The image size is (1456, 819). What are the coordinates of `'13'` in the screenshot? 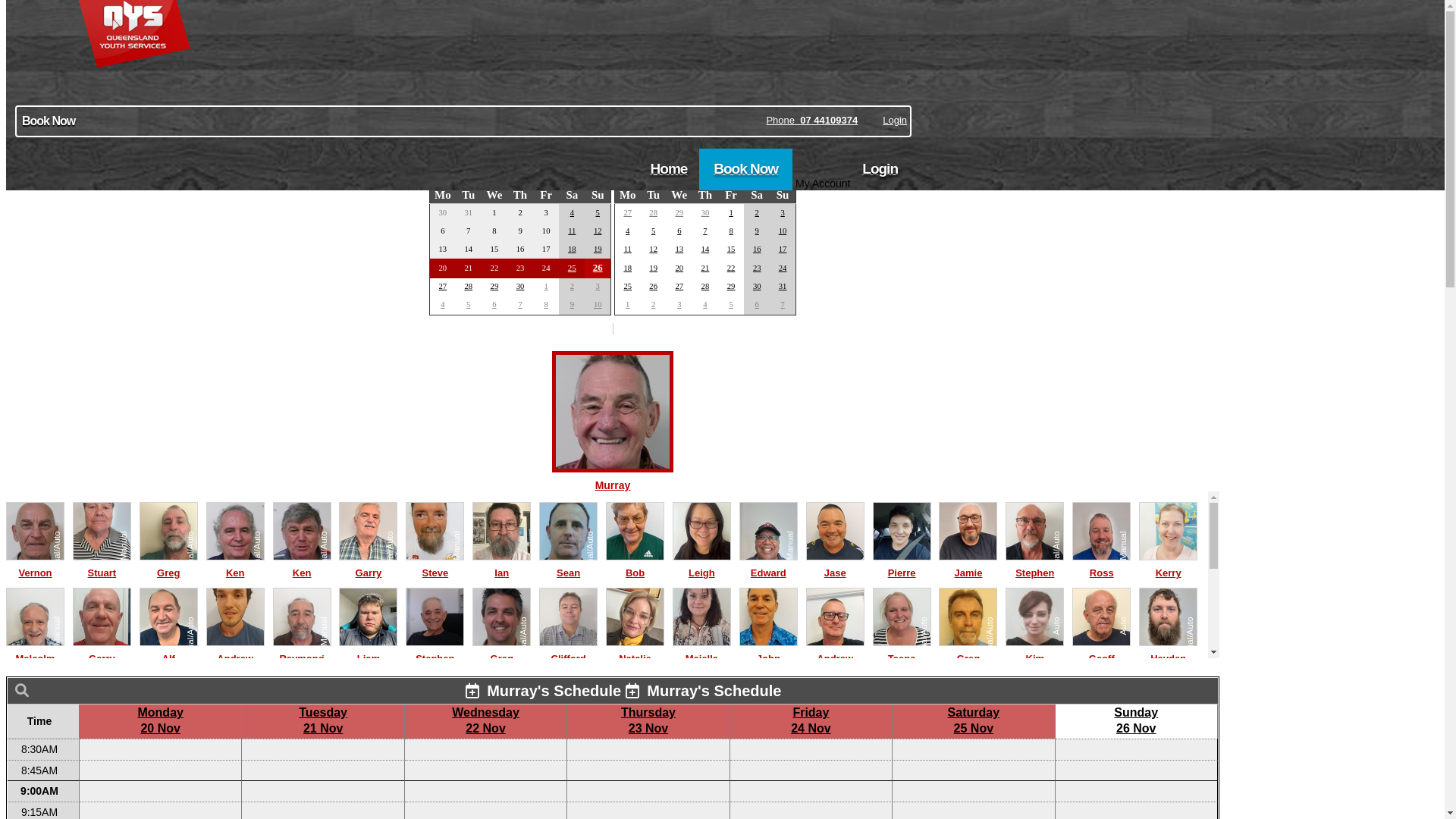 It's located at (673, 248).